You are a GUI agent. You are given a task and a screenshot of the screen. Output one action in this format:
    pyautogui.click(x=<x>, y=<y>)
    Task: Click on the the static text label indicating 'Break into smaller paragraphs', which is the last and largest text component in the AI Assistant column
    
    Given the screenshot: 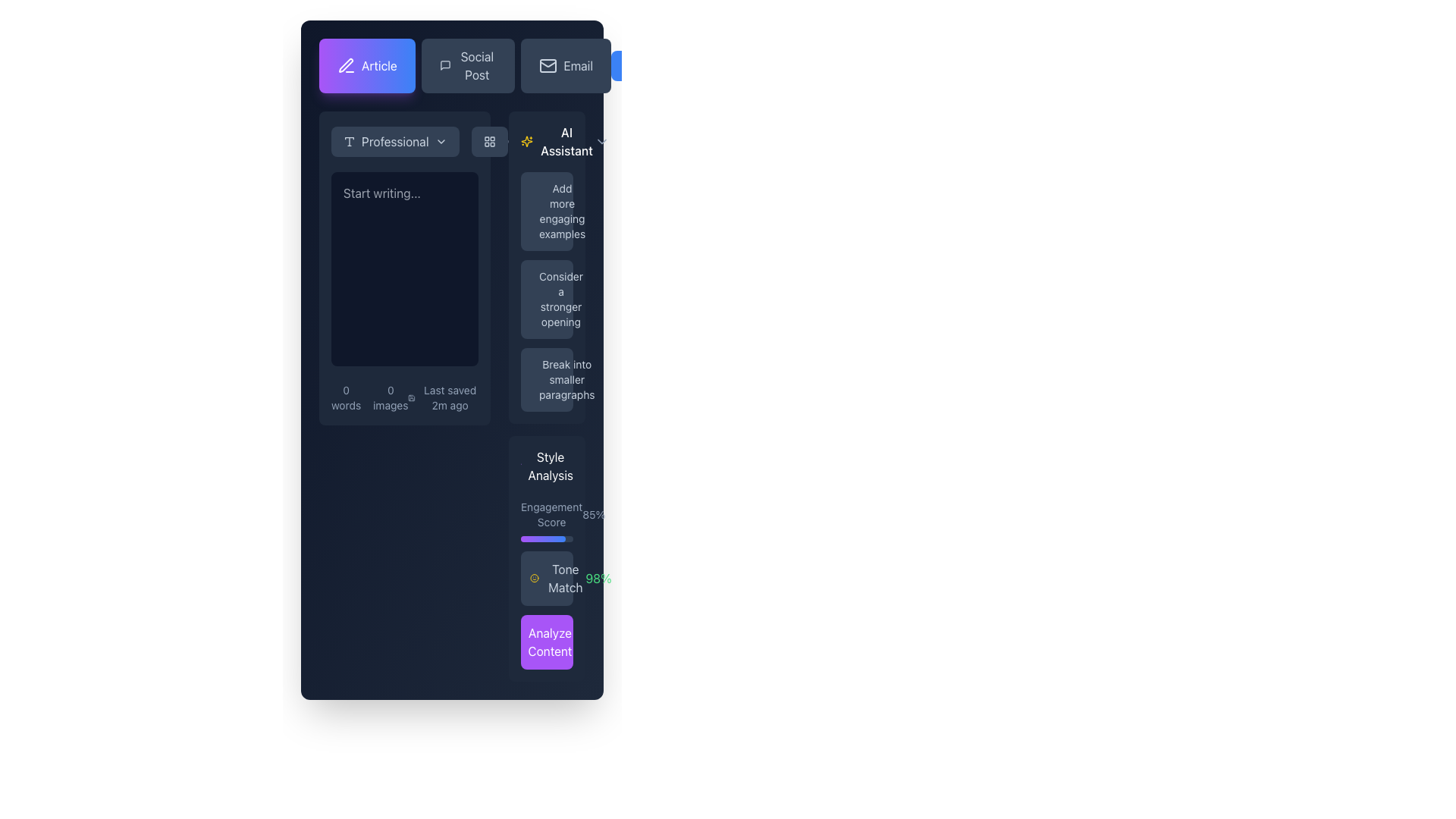 What is the action you would take?
    pyautogui.click(x=566, y=379)
    